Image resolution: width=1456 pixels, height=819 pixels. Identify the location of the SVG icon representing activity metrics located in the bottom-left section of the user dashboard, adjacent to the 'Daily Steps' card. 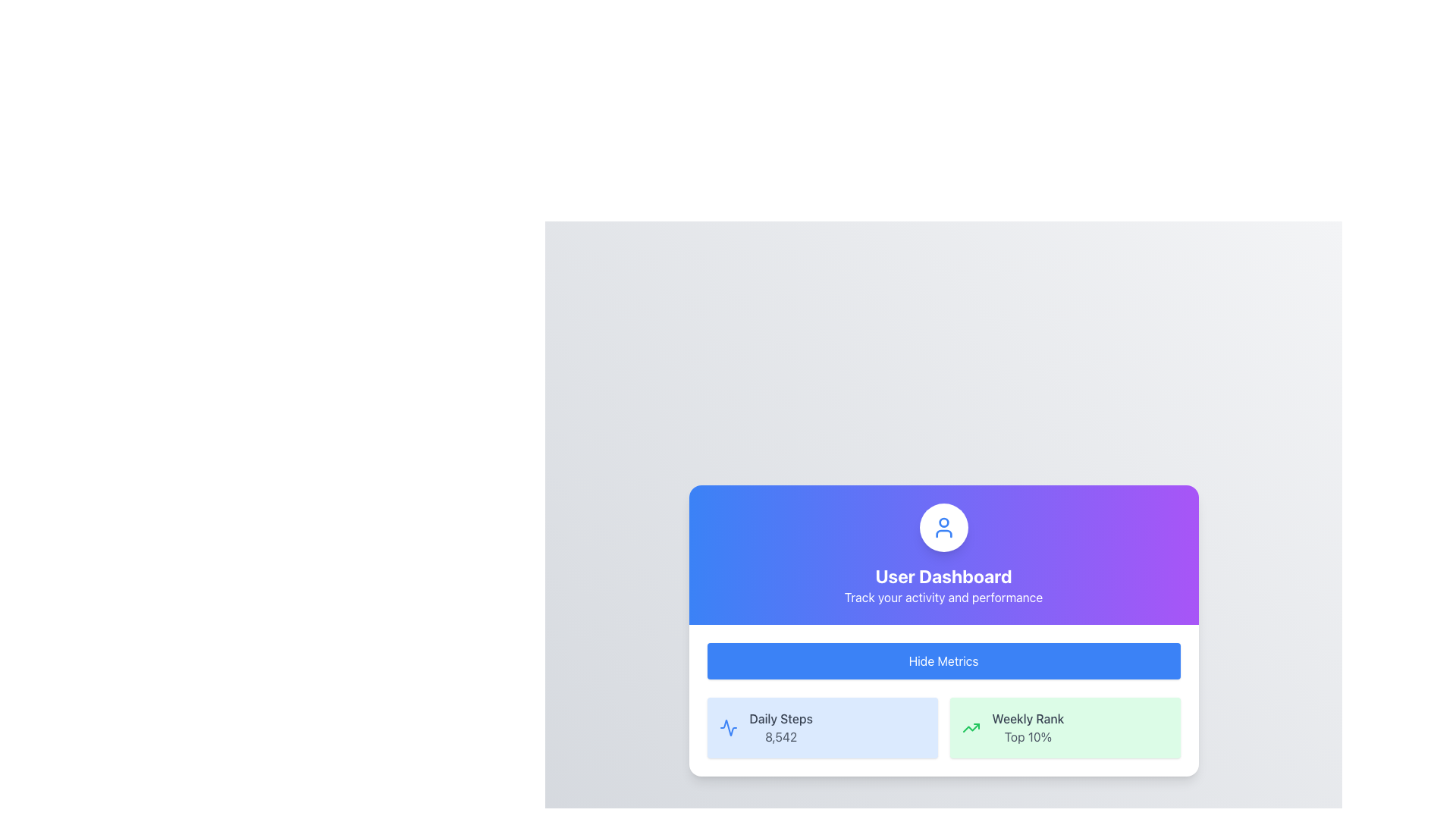
(728, 727).